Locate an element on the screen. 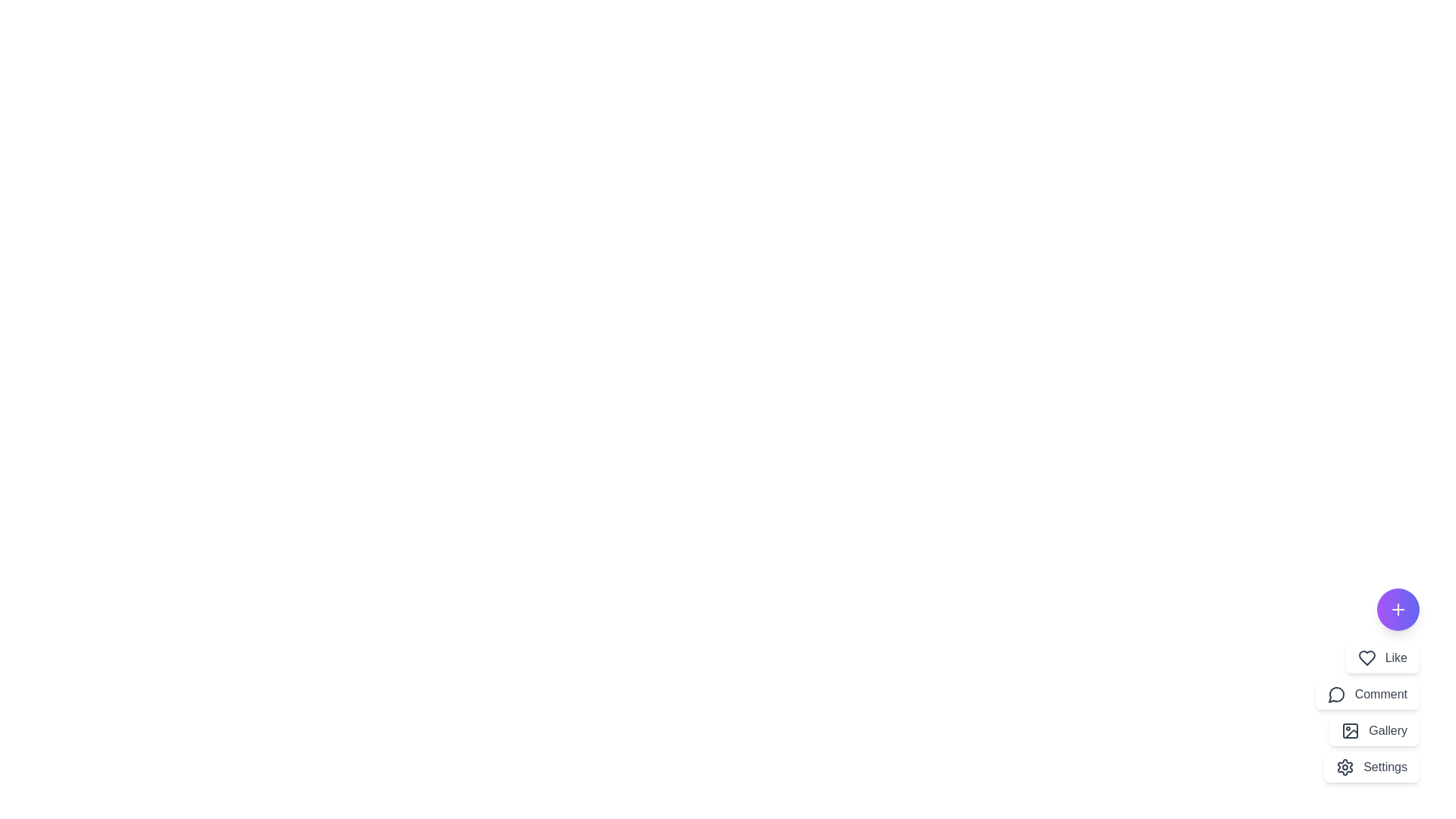 The image size is (1456, 819). the menu option Like to activate it is located at coordinates (1382, 657).